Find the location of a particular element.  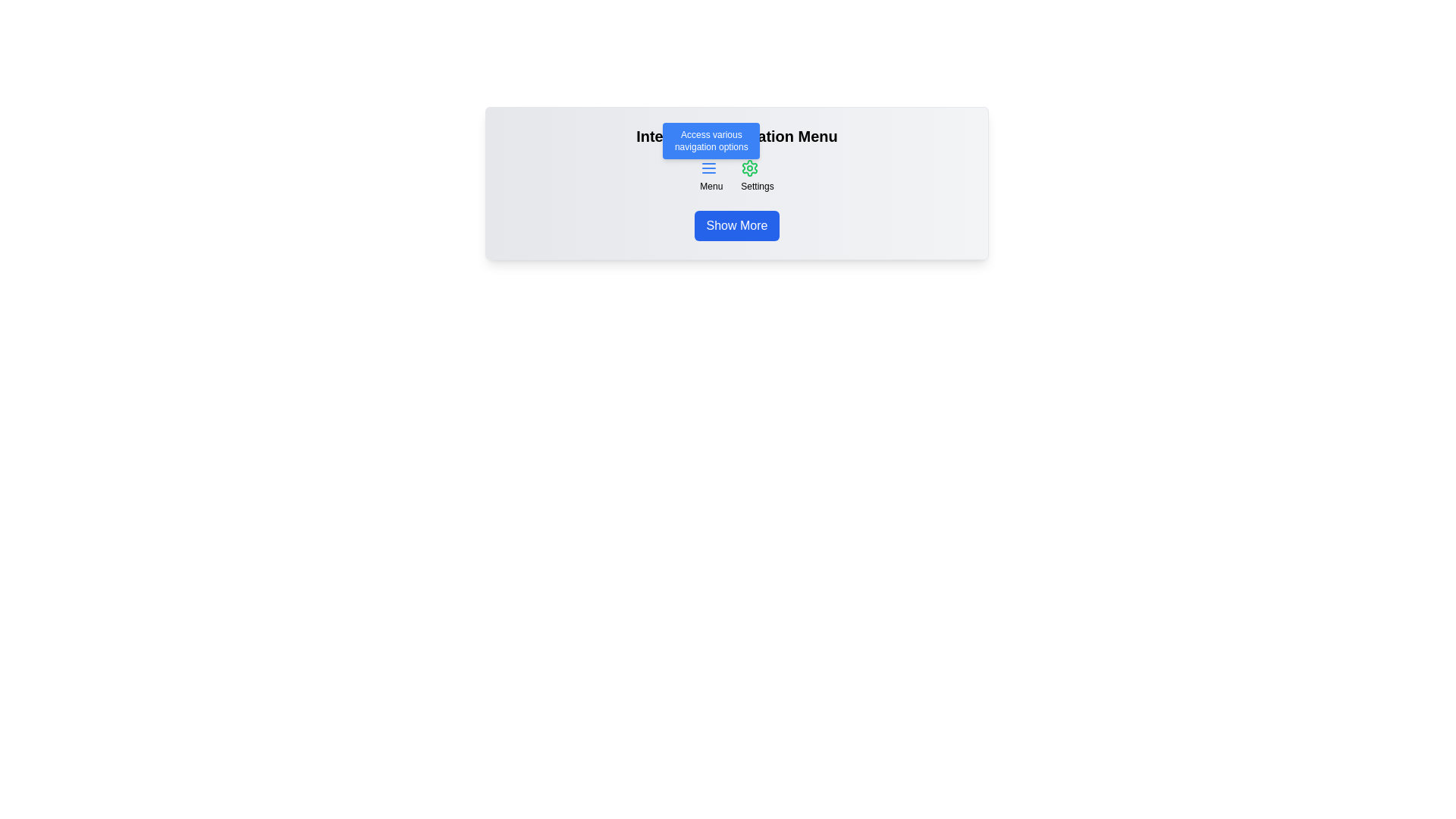

the Menu Button, which is a rectangular UI component with a blue three-line icon and the text label 'Menu' in black is located at coordinates (711, 174).